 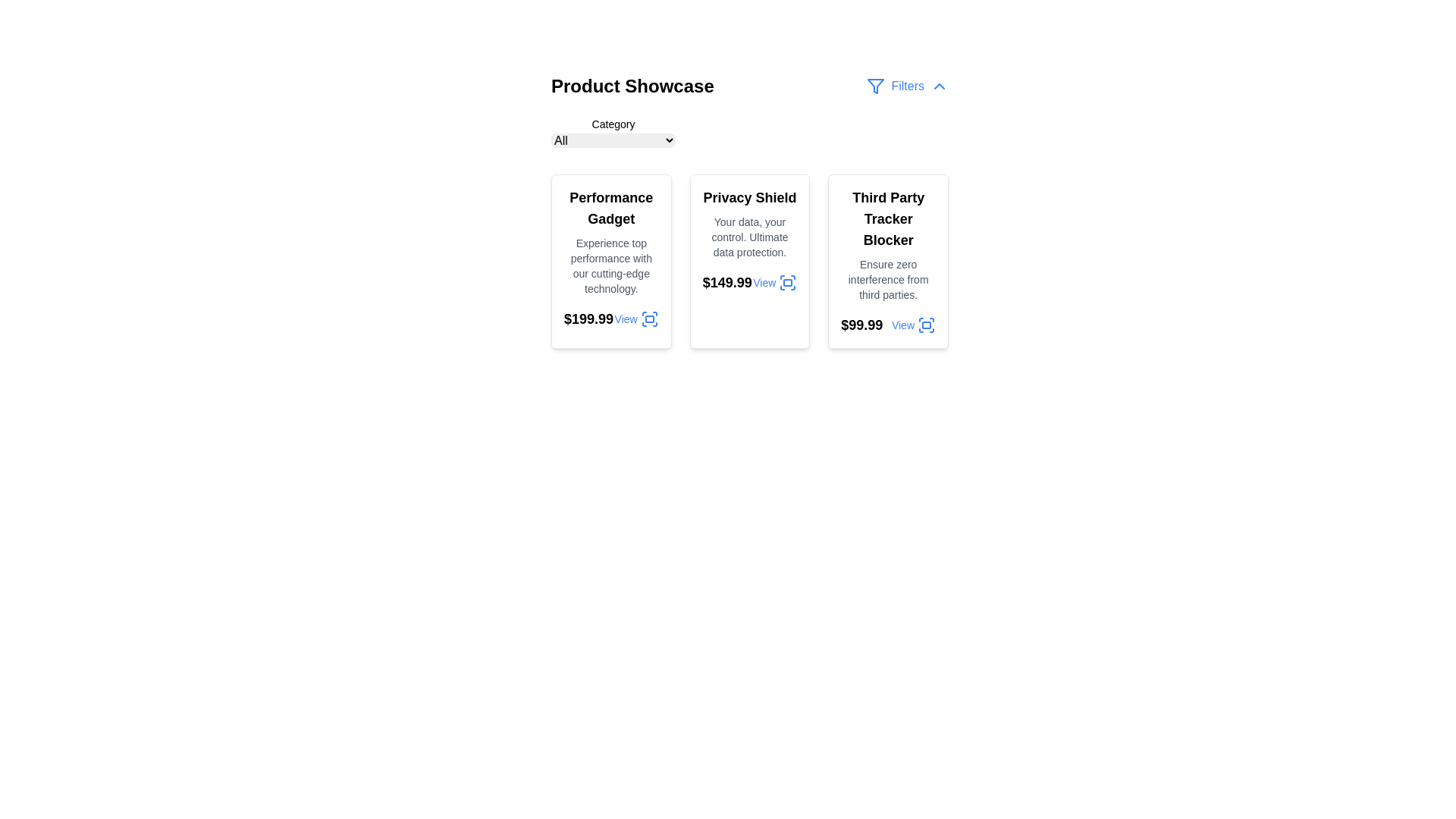 I want to click on the fullscreen icon adjacent to the 'View' hyperlink in the third card titled 'Third Party Tracker Blocker' to activate keyboard accessibility, so click(x=926, y=324).